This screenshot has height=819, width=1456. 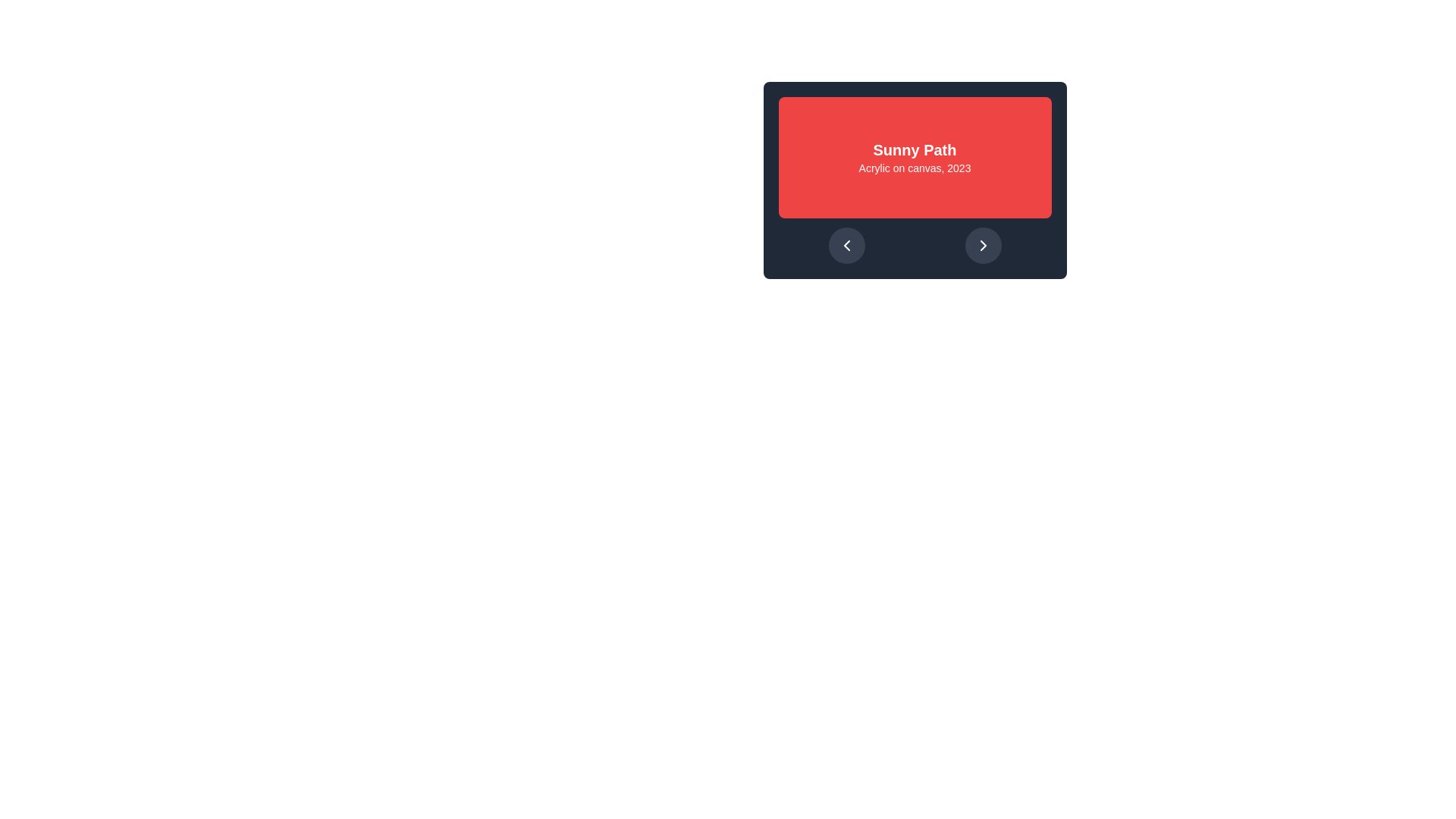 What do you see at coordinates (846, 245) in the screenshot?
I see `the circular button with a dark gray background and a white leftward-chevron icon` at bounding box center [846, 245].